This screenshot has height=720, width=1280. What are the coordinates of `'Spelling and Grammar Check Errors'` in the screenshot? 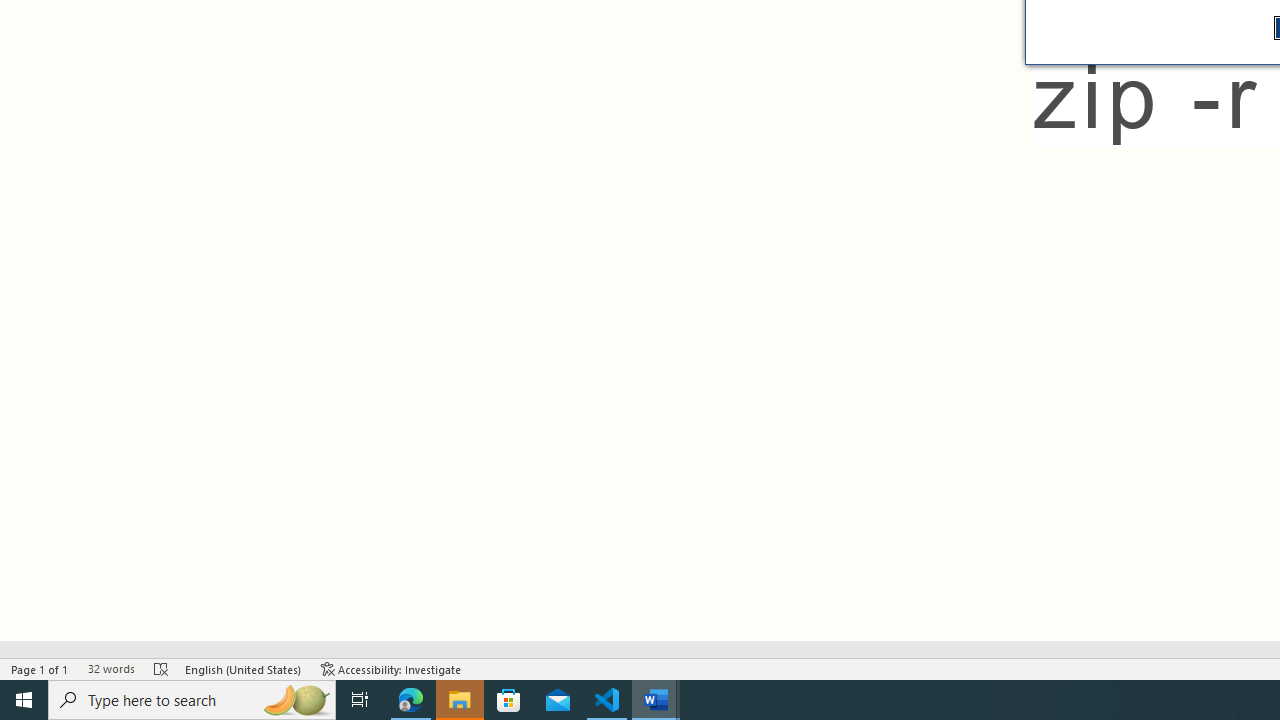 It's located at (161, 669).